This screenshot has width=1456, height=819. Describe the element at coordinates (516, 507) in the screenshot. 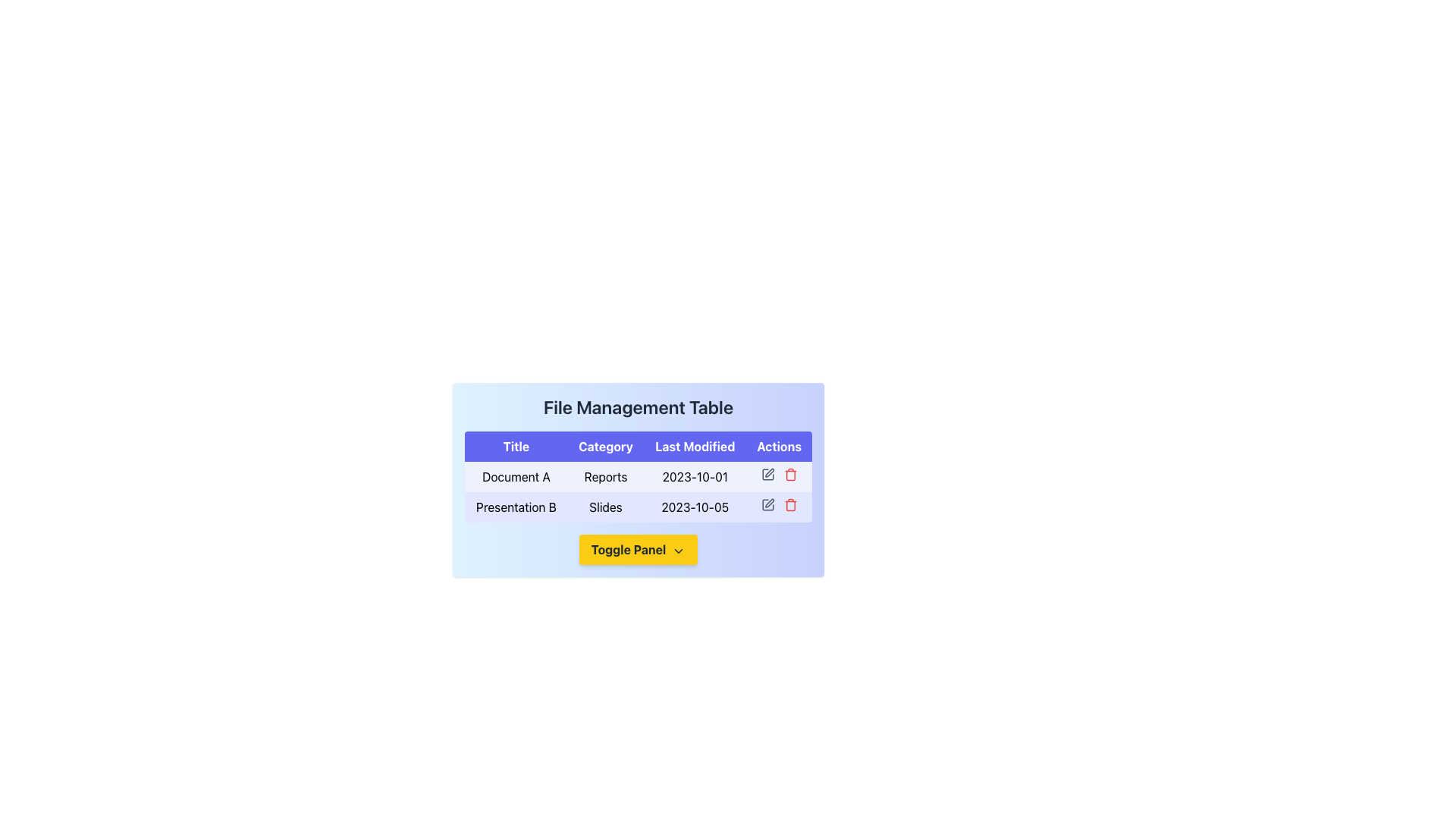

I see `the Text label in the second row of the table under the 'Title' column, which is positioned to the left of the text 'Slides' and above the date '2023-10-05'` at that location.